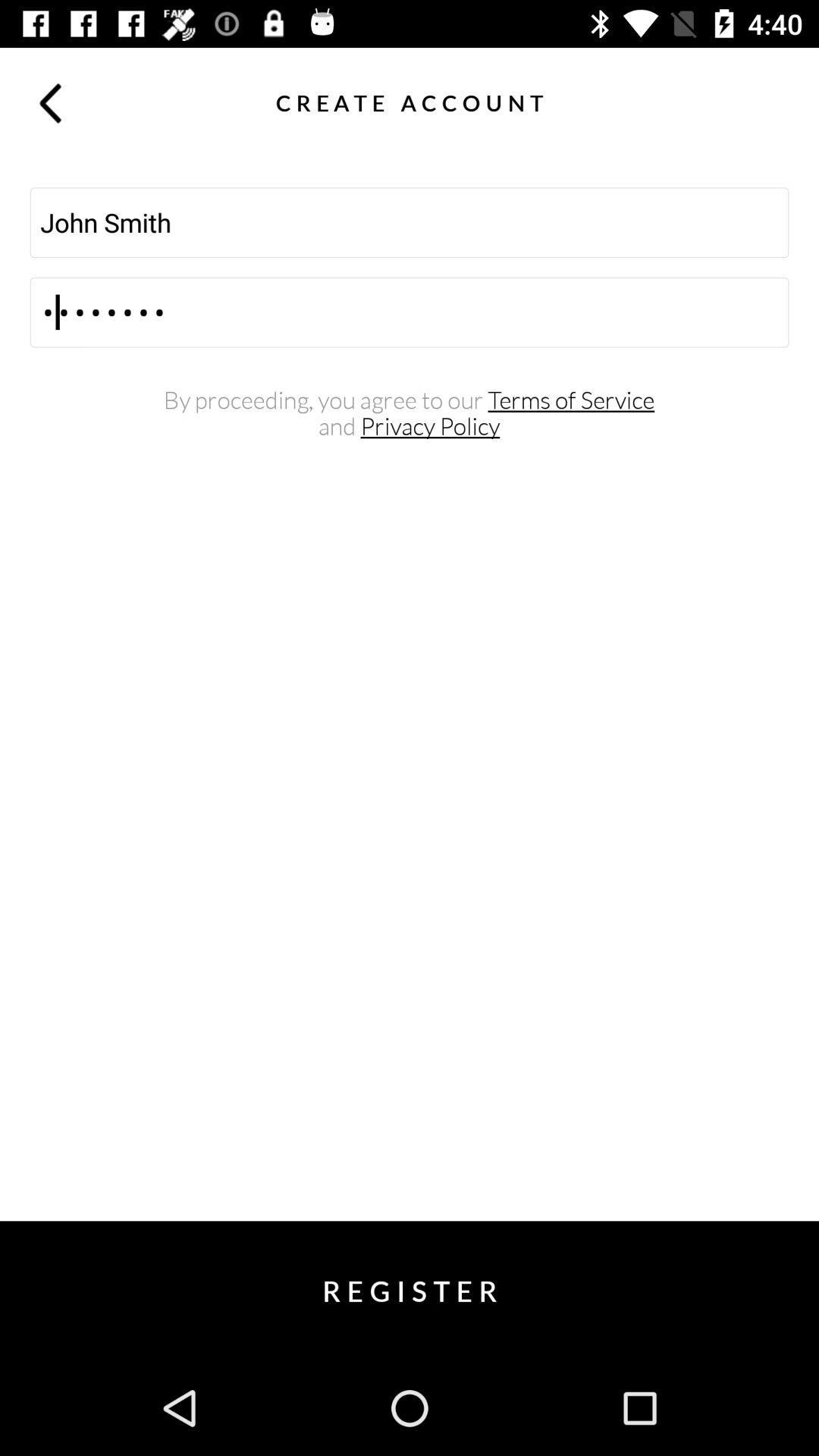  What do you see at coordinates (409, 312) in the screenshot?
I see `icon below john smith item` at bounding box center [409, 312].